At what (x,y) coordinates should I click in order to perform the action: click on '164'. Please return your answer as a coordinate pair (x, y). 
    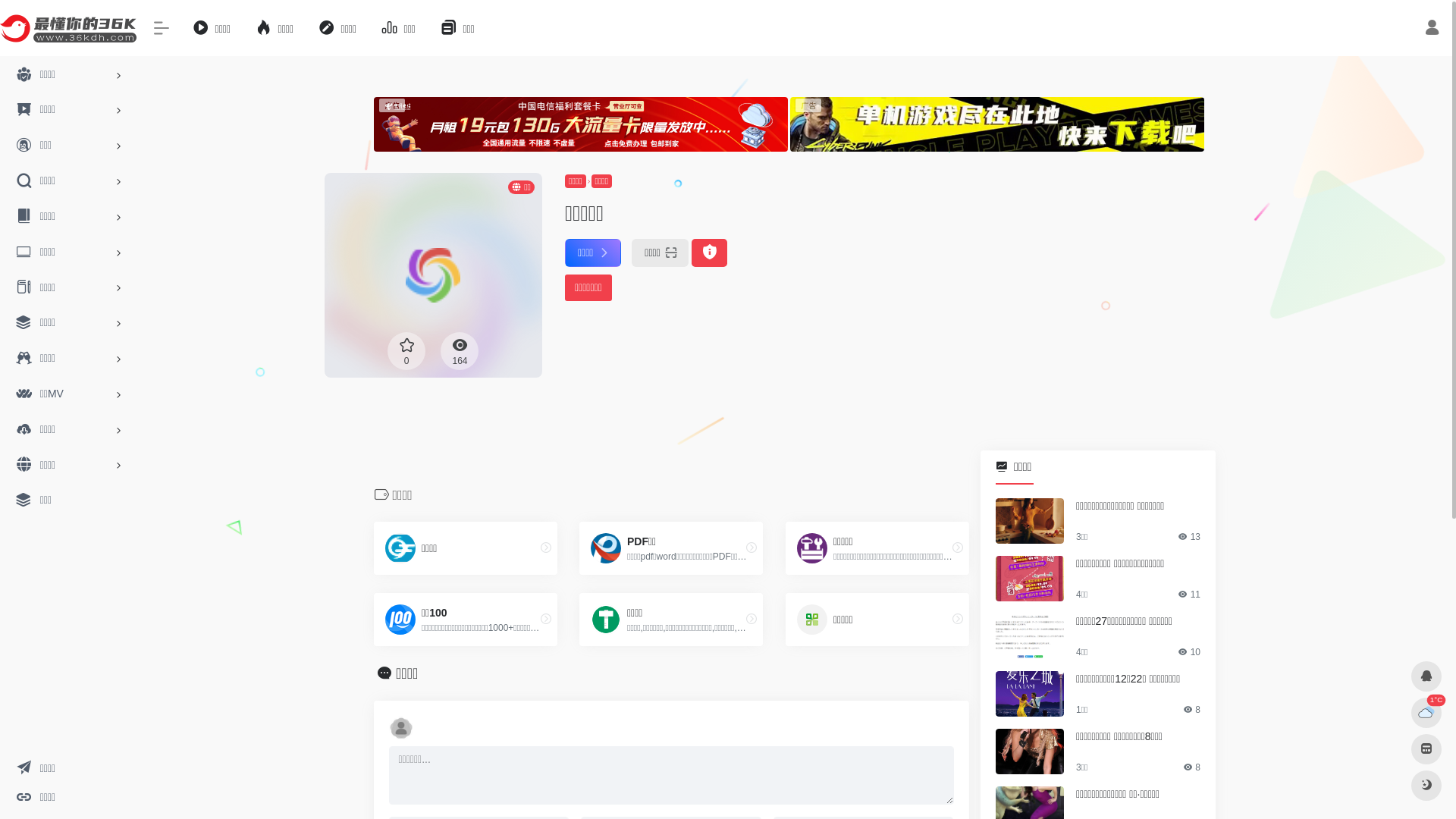
    Looking at the image, I should click on (439, 350).